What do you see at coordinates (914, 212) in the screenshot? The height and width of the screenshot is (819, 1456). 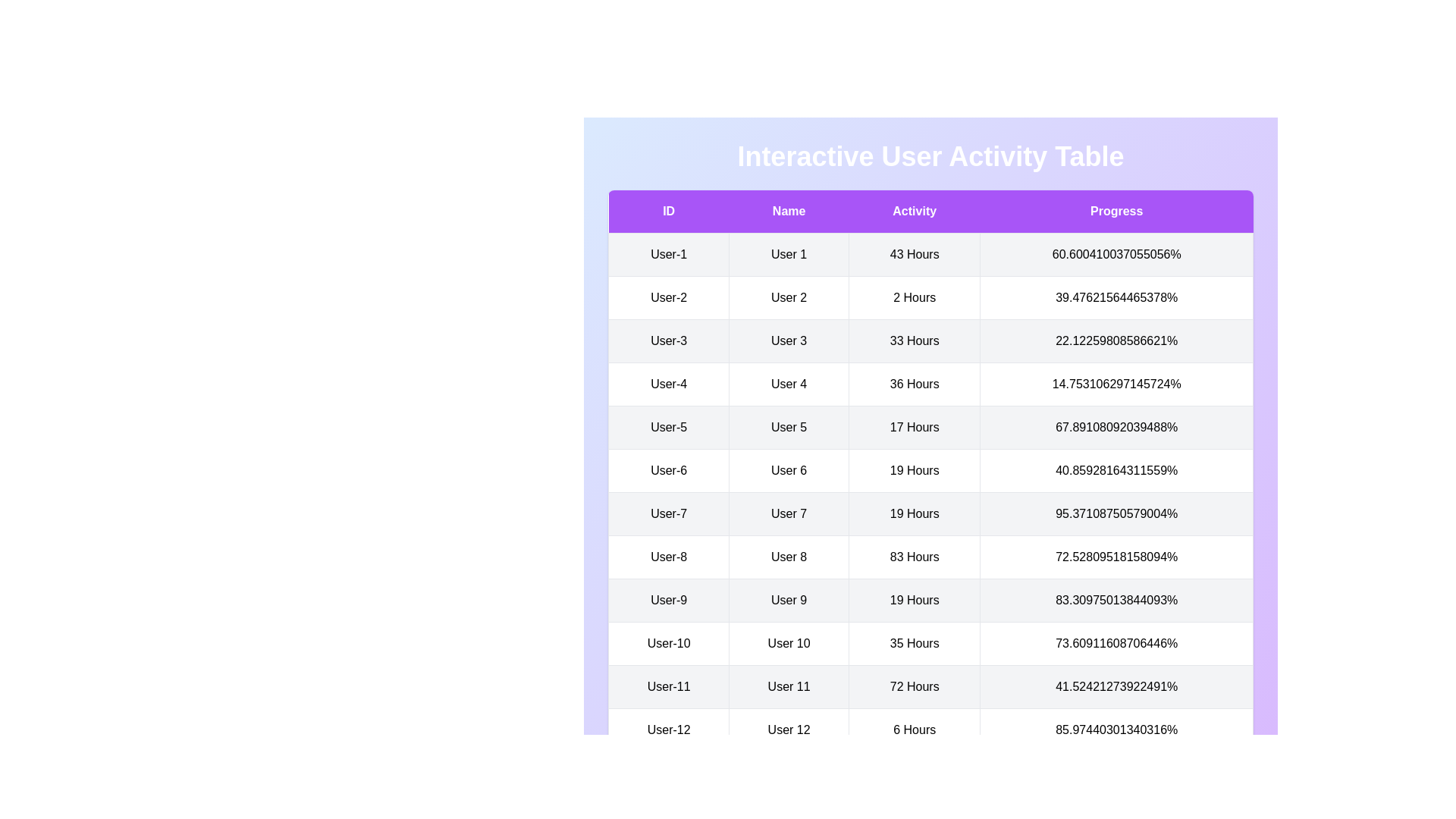 I see `the header labeled 'Activity' to sort the respective column` at bounding box center [914, 212].